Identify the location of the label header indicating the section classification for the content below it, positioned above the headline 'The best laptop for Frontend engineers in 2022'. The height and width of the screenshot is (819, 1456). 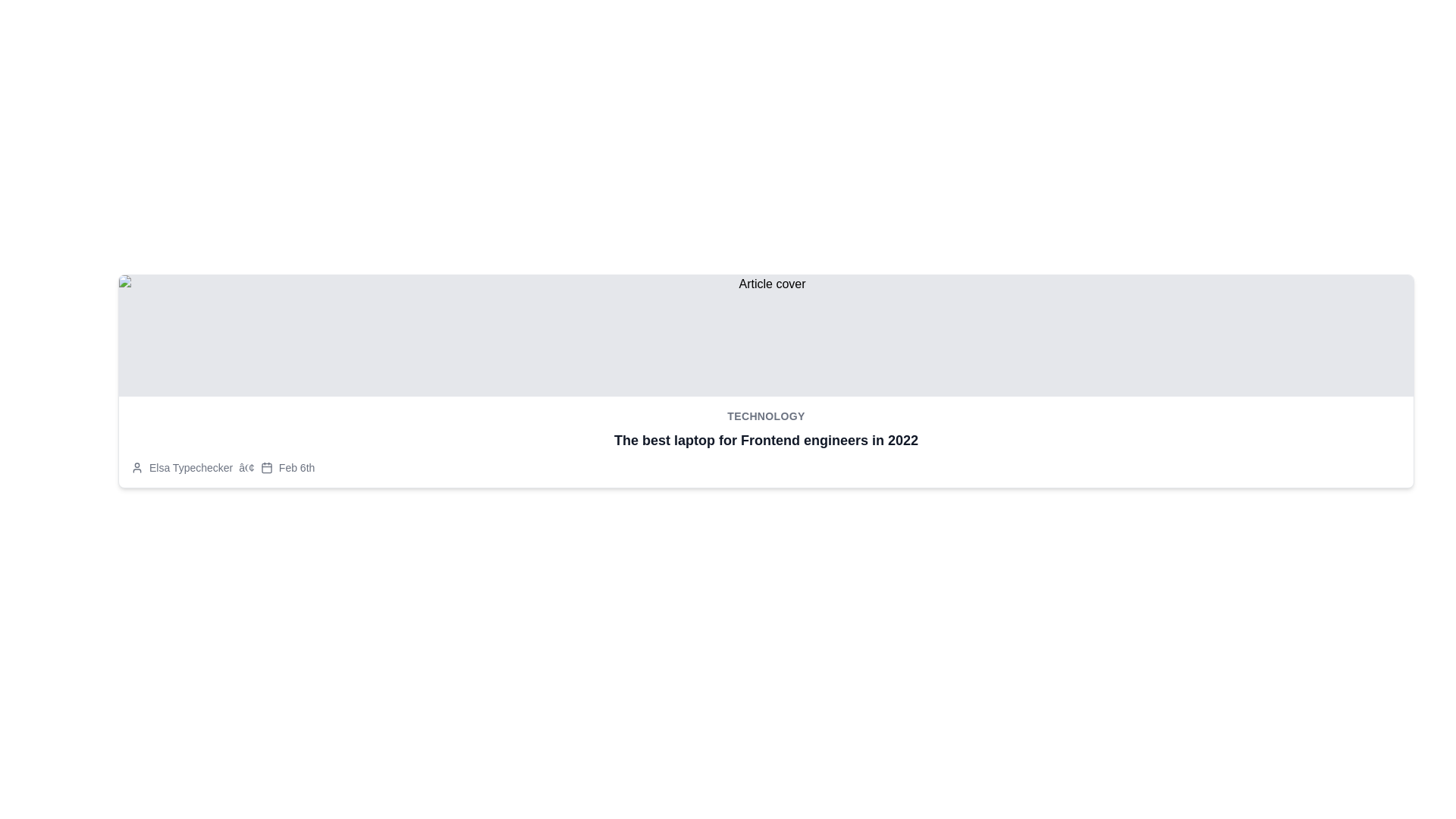
(766, 416).